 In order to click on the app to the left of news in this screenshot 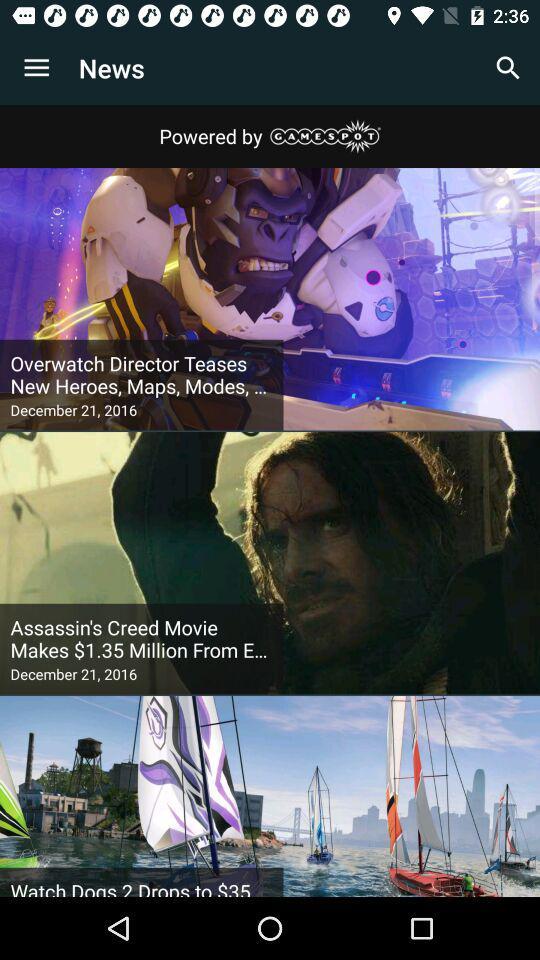, I will do `click(36, 68)`.